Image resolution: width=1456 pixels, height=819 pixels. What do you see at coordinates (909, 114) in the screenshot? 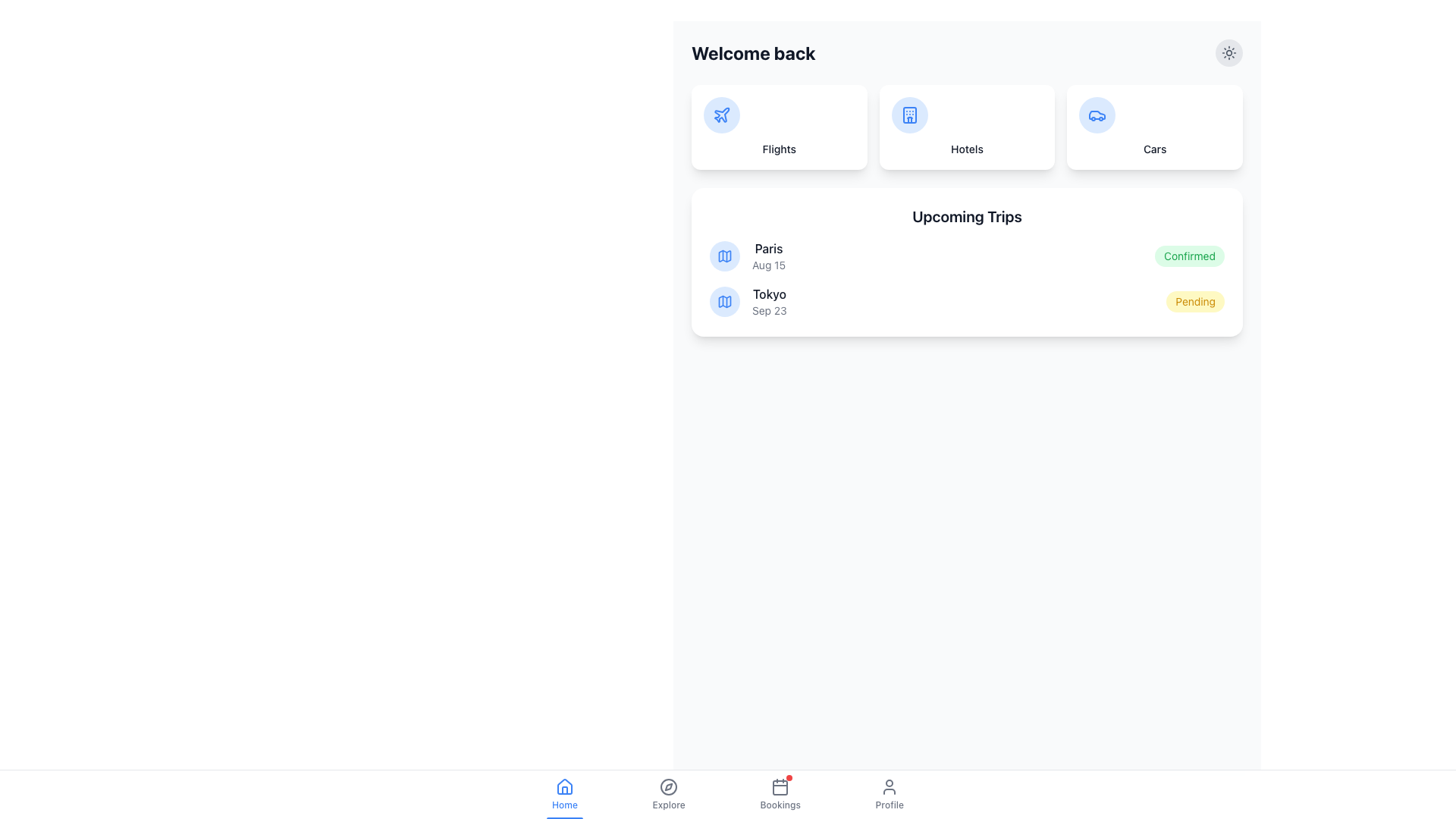
I see `the circular blue icon containing the SVG hotel icon, located within the 'Hotels' card at the top-center section of the display` at bounding box center [909, 114].